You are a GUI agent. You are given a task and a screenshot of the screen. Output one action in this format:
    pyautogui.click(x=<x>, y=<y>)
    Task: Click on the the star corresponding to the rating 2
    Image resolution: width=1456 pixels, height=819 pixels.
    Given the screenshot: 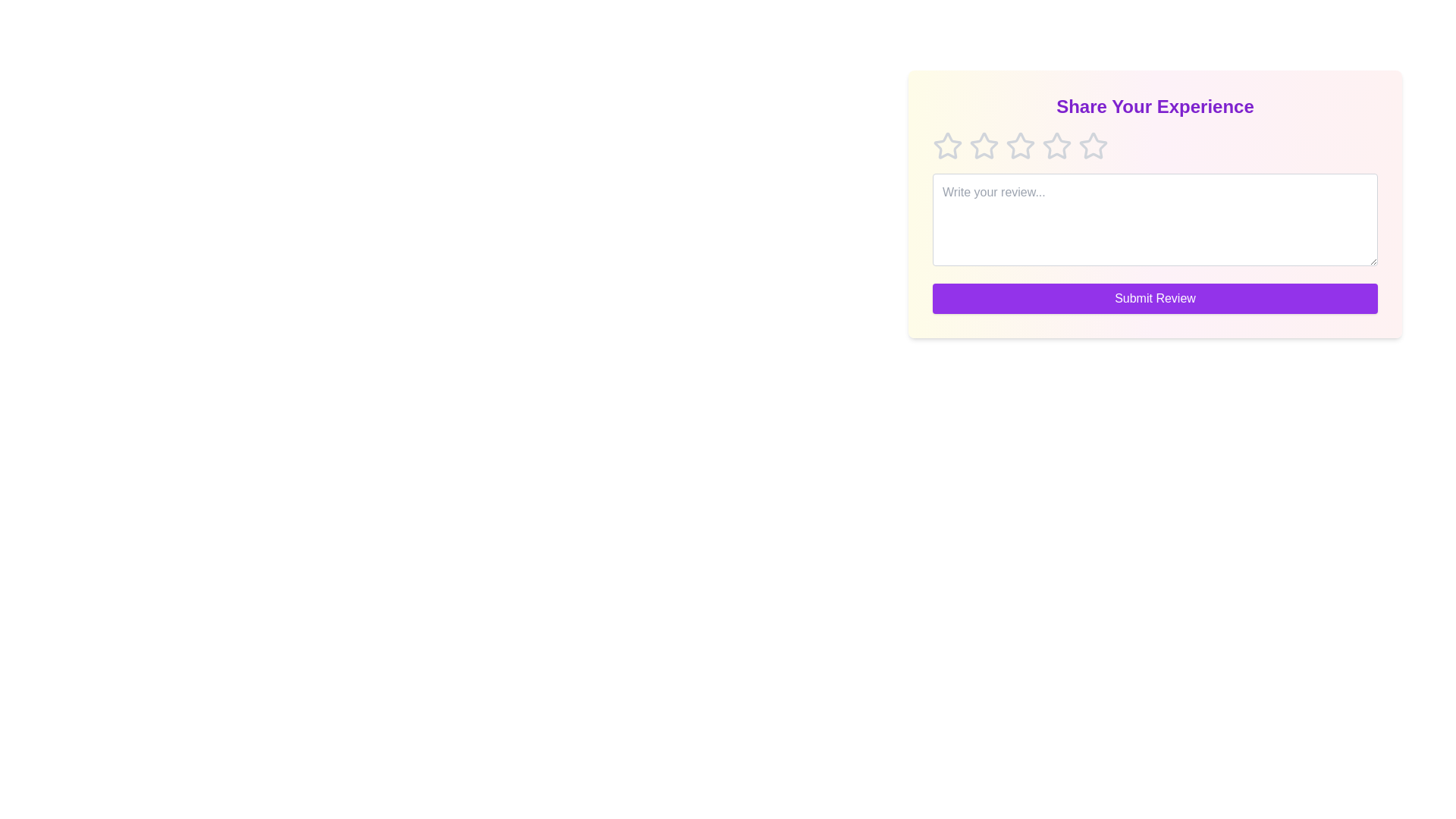 What is the action you would take?
    pyautogui.click(x=984, y=146)
    